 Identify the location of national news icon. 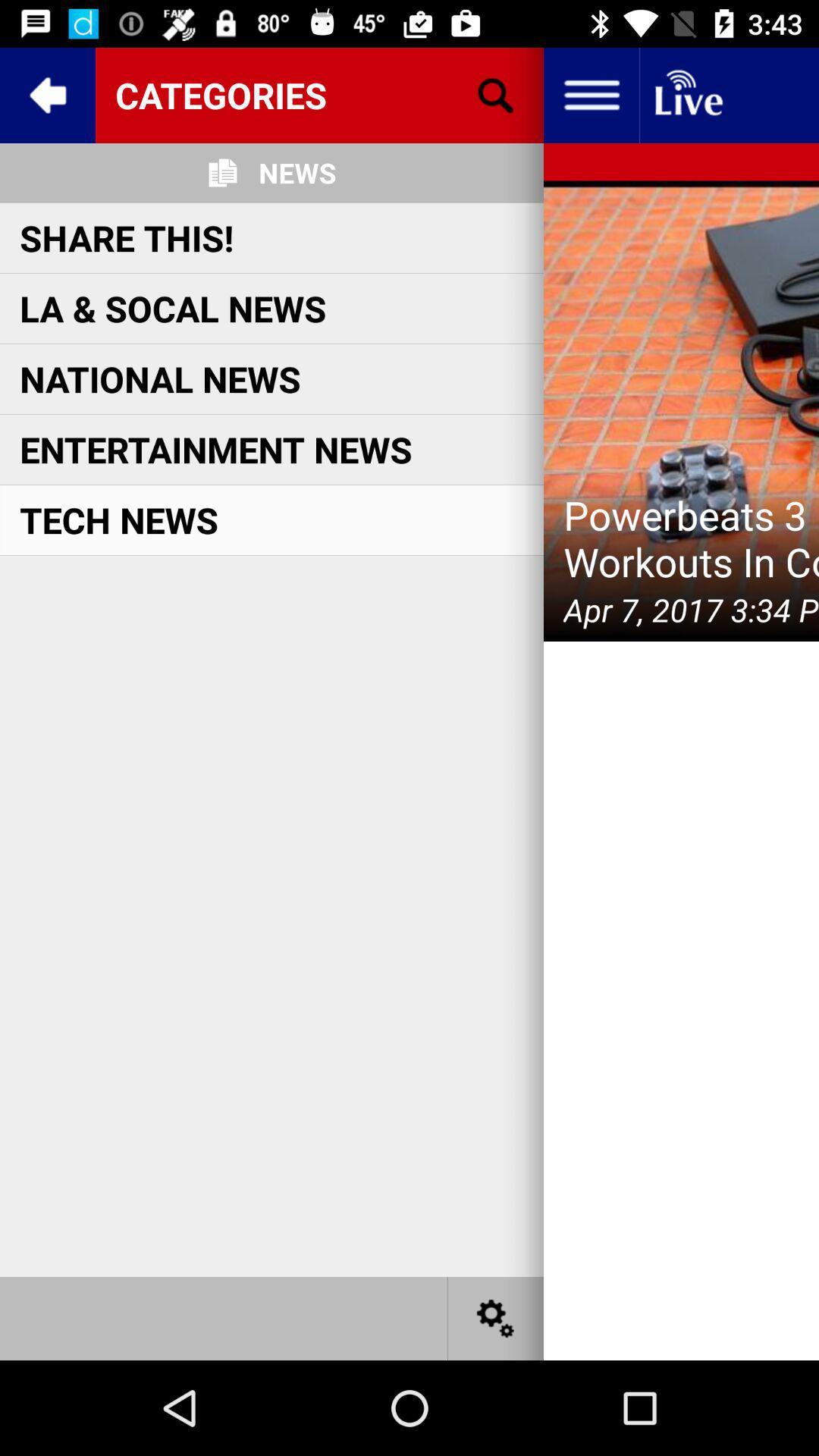
(160, 378).